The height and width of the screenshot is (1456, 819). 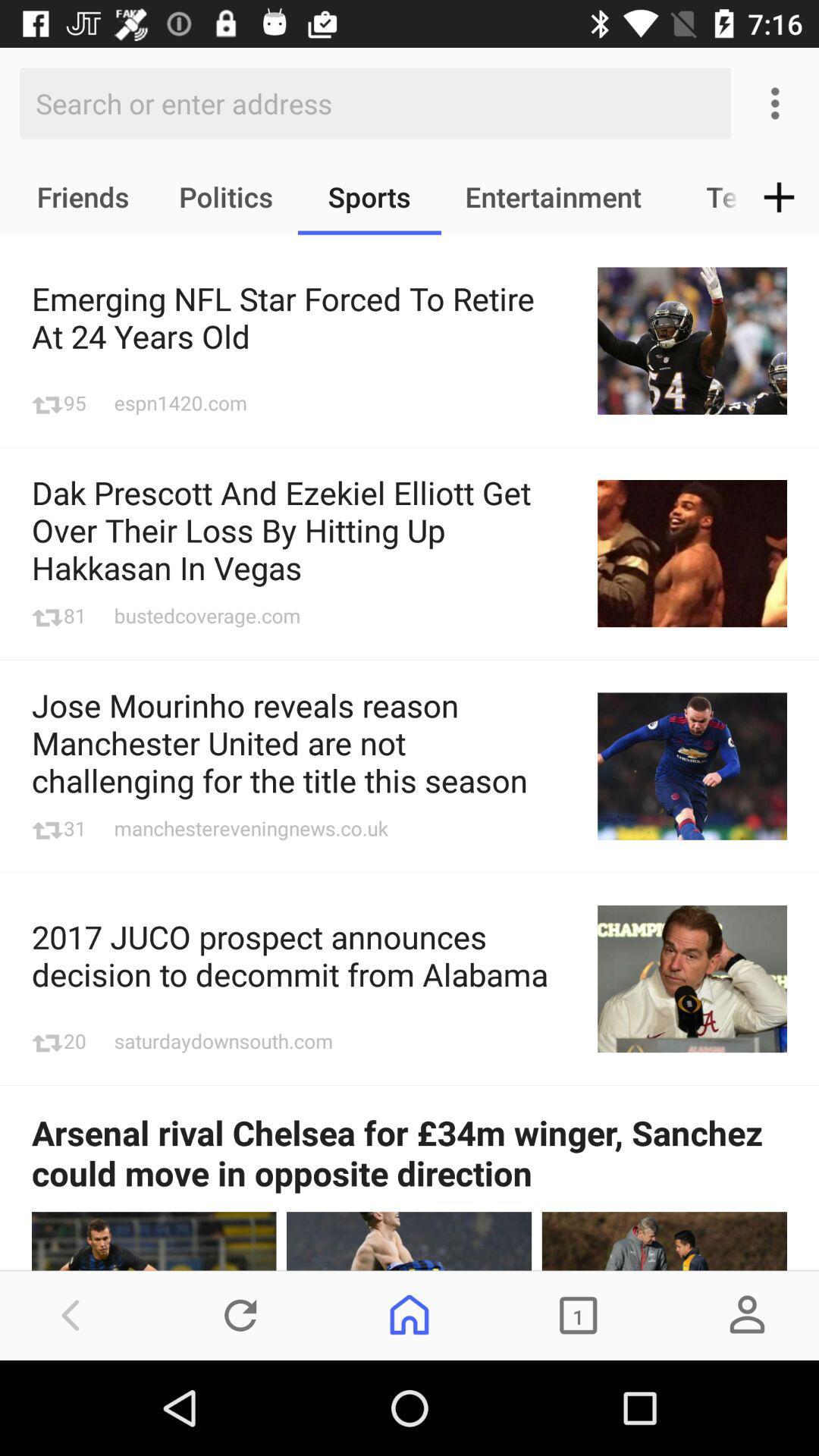 I want to click on the add icon, so click(x=779, y=196).